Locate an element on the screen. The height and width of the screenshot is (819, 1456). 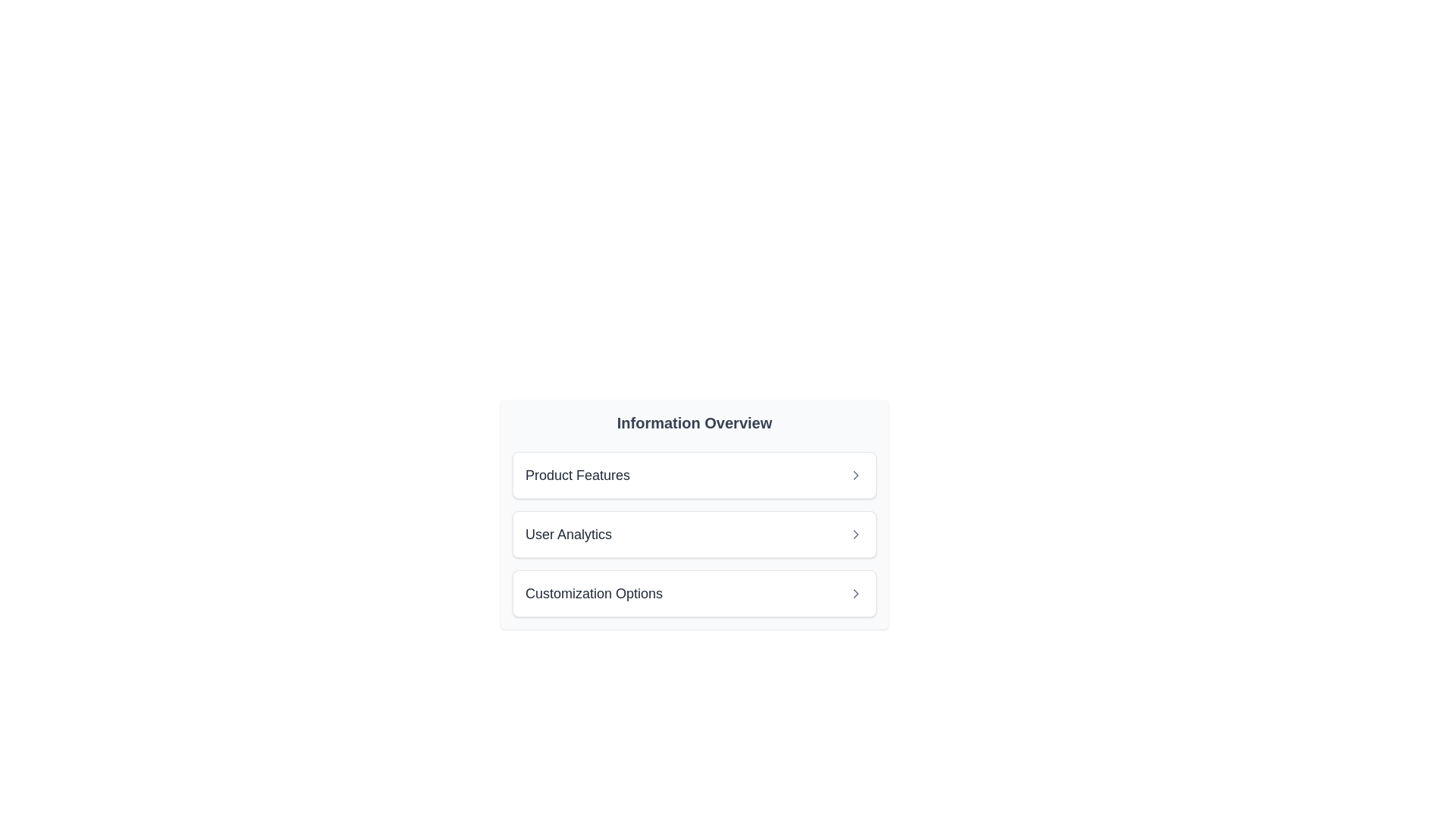
the chevron icon located to the right of the 'Product Features' text is located at coordinates (855, 475).